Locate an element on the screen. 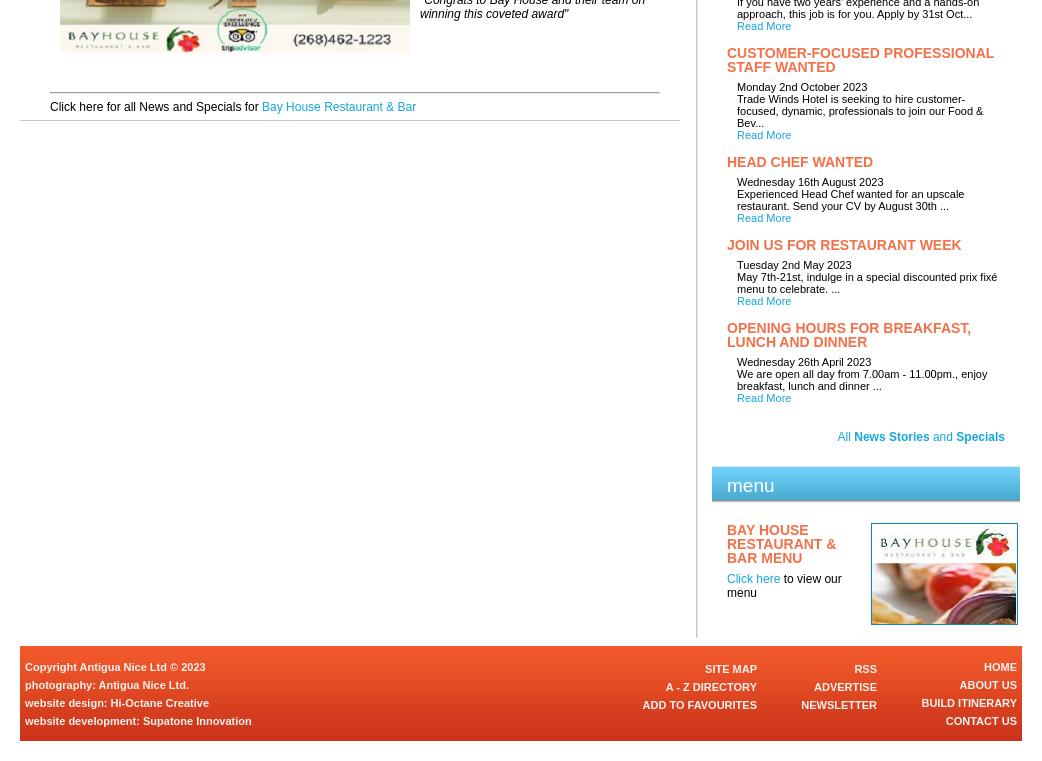 The height and width of the screenshot is (761, 1042). 'Click here' is located at coordinates (752, 578).